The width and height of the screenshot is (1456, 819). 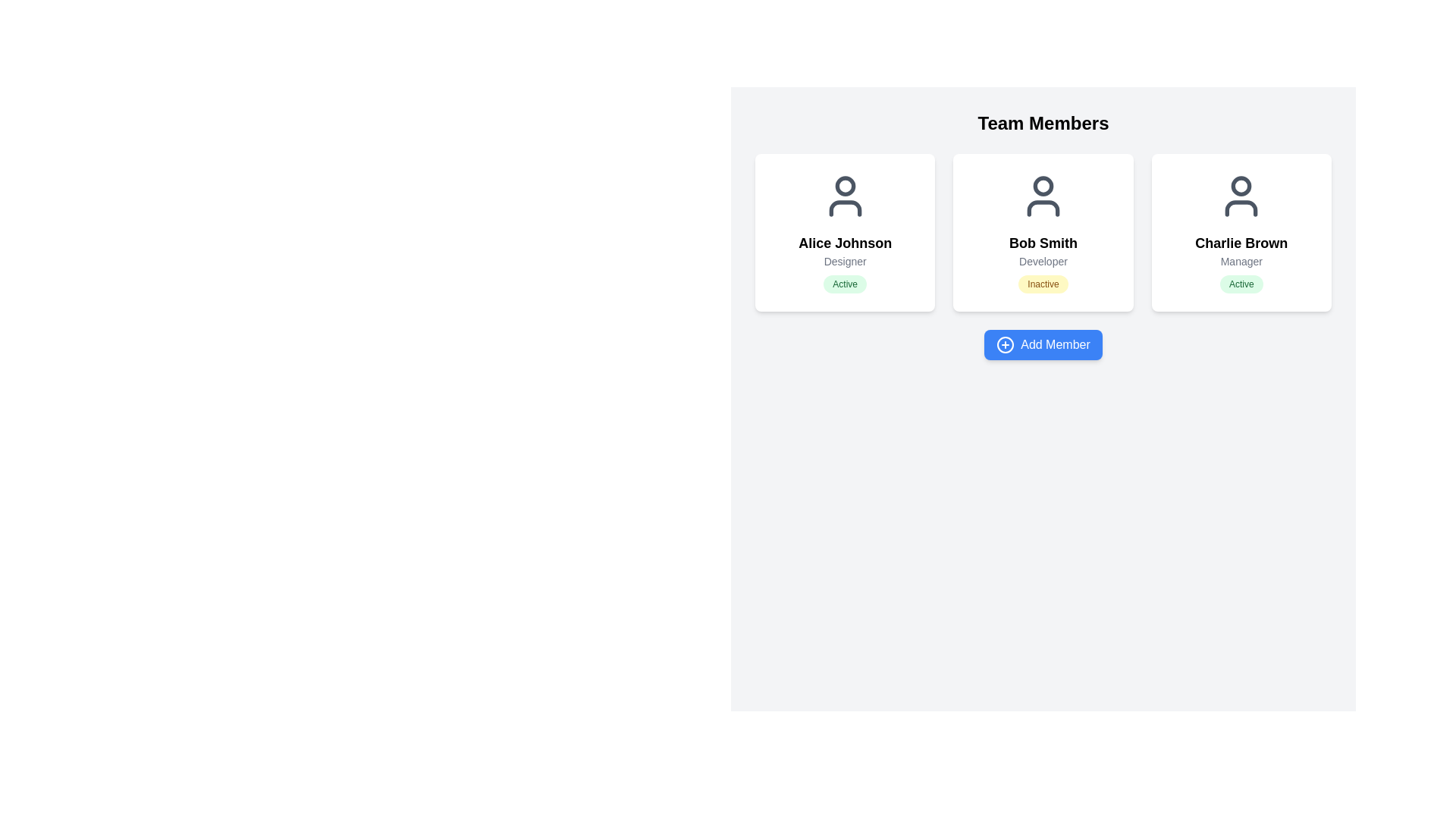 I want to click on displayed text of the status indicator label located at the bottom of Charlie Brown's profile card in the Team Members section, so click(x=1241, y=284).